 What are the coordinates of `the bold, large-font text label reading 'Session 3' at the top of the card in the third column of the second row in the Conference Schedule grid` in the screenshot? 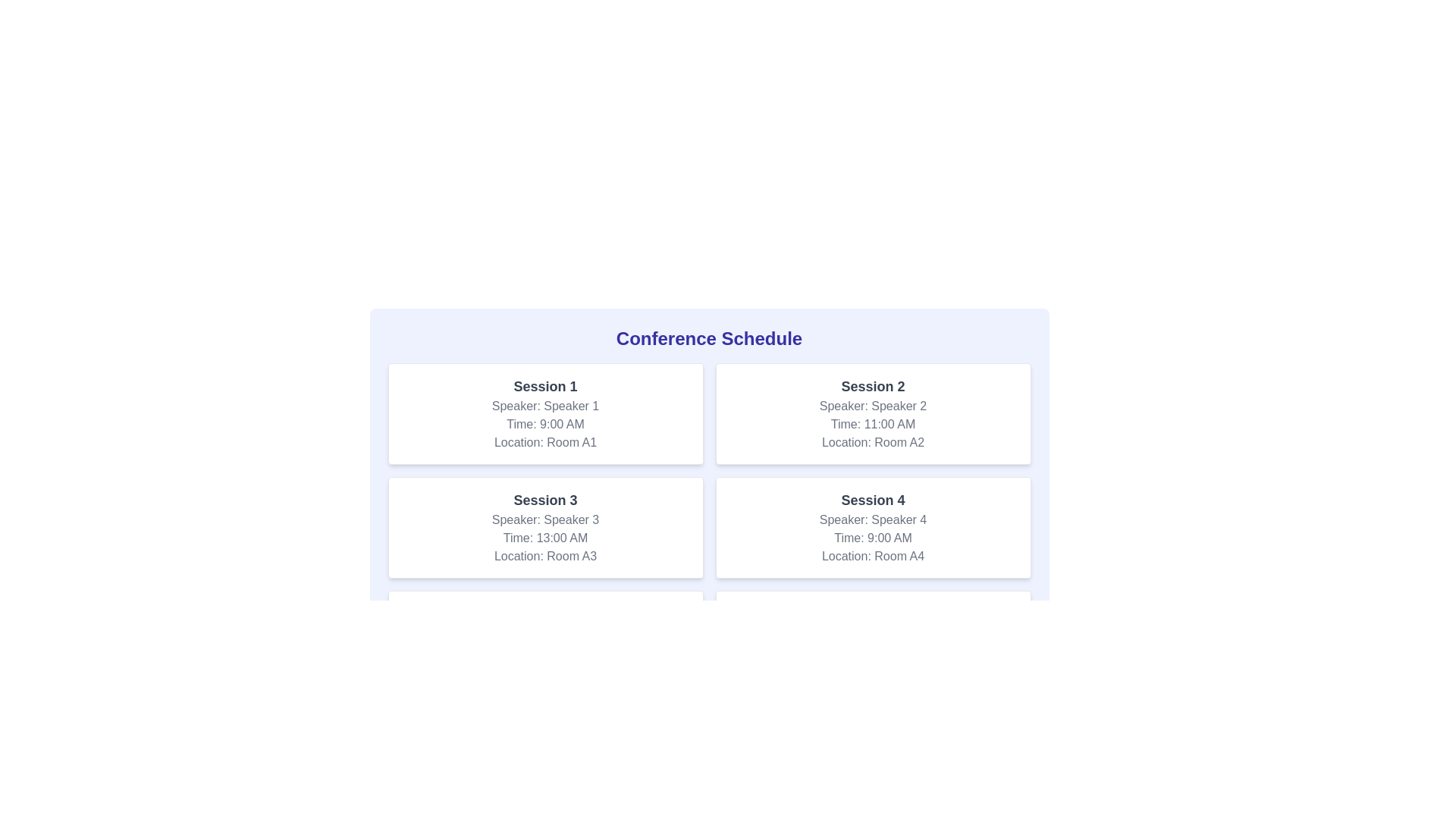 It's located at (545, 500).